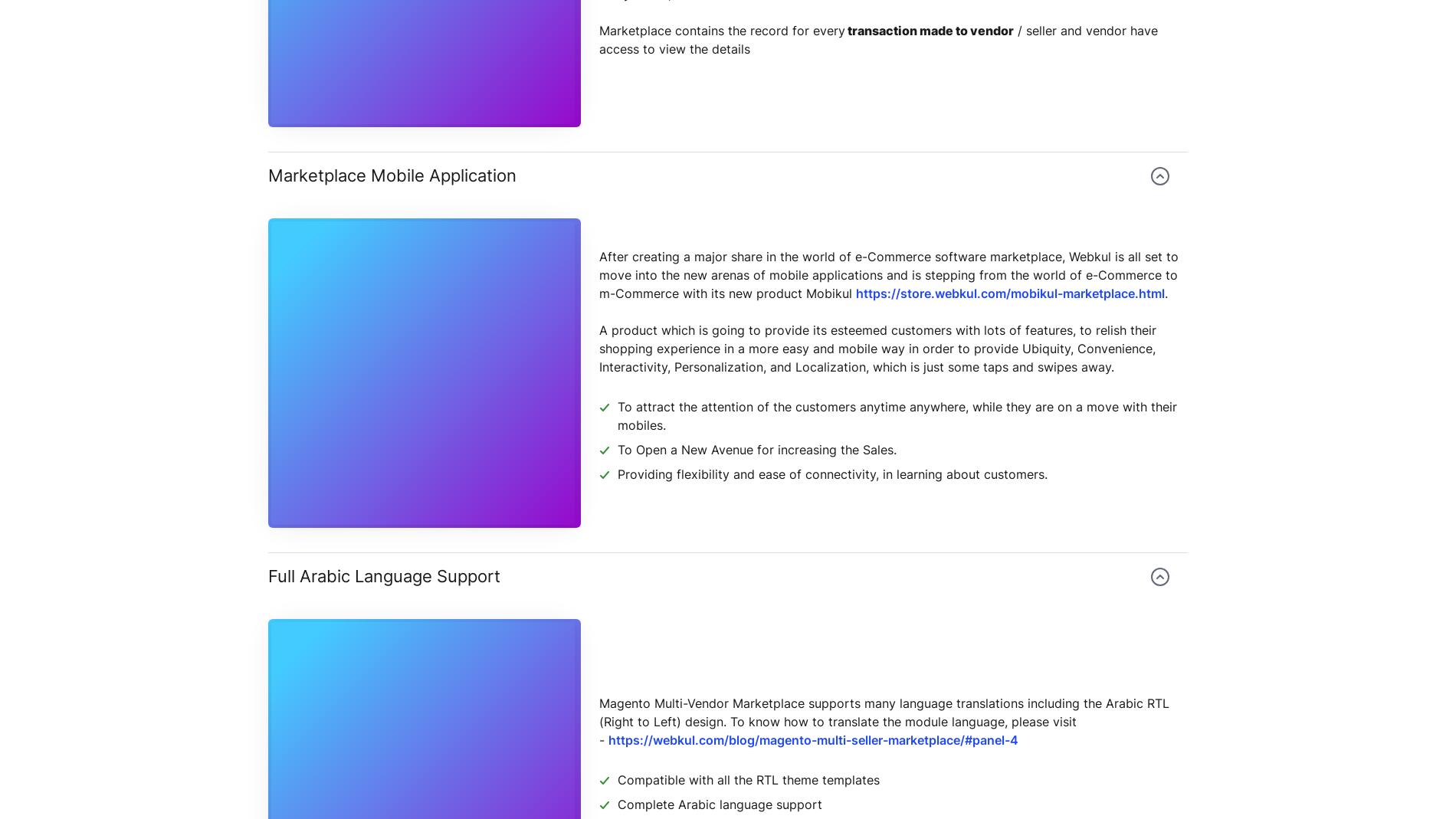 Image resolution: width=1456 pixels, height=819 pixels. I want to click on 'To Open a New Avenue for increasing the Sales.', so click(757, 449).